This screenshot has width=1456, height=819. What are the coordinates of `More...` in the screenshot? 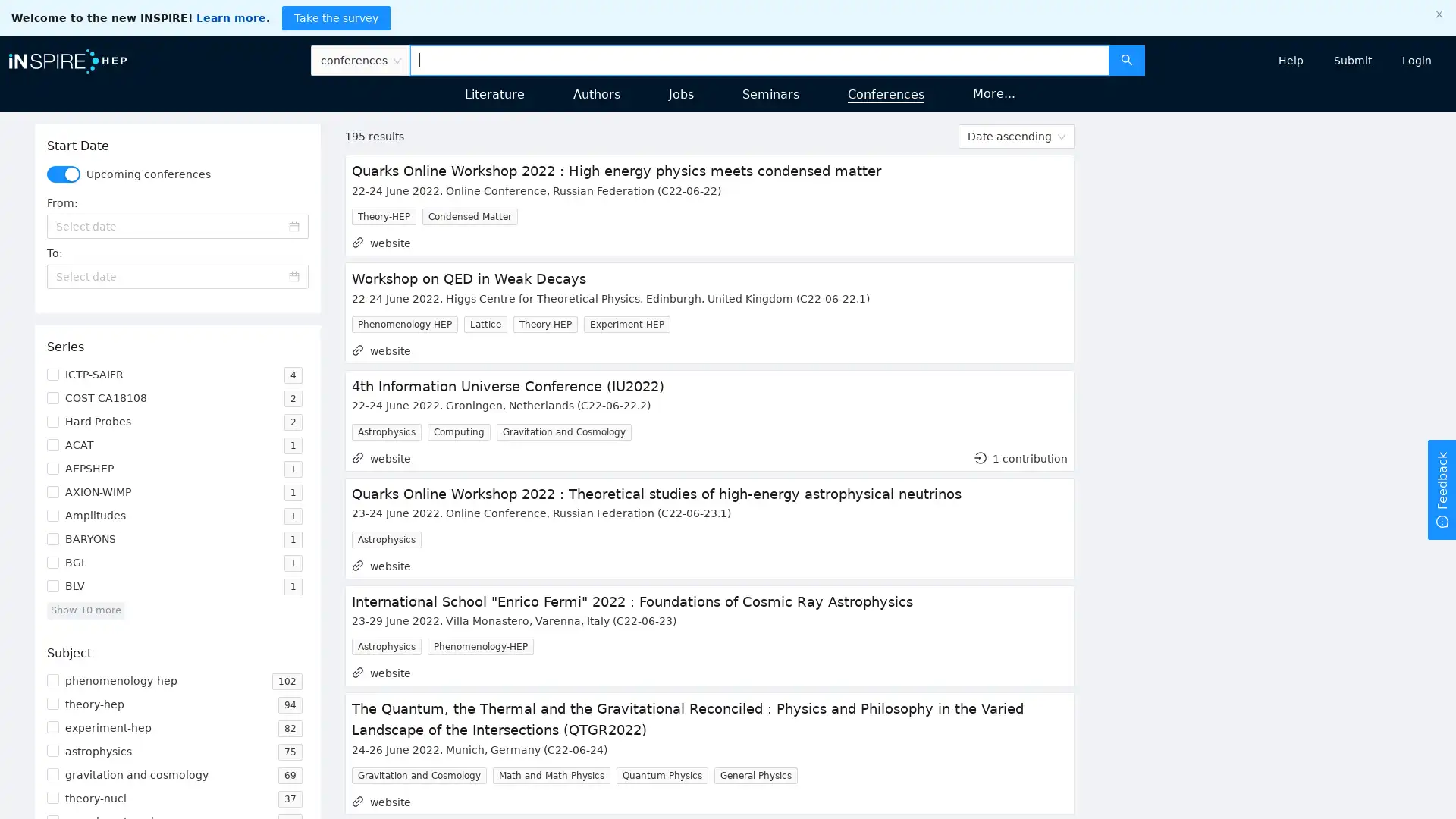 It's located at (993, 93).